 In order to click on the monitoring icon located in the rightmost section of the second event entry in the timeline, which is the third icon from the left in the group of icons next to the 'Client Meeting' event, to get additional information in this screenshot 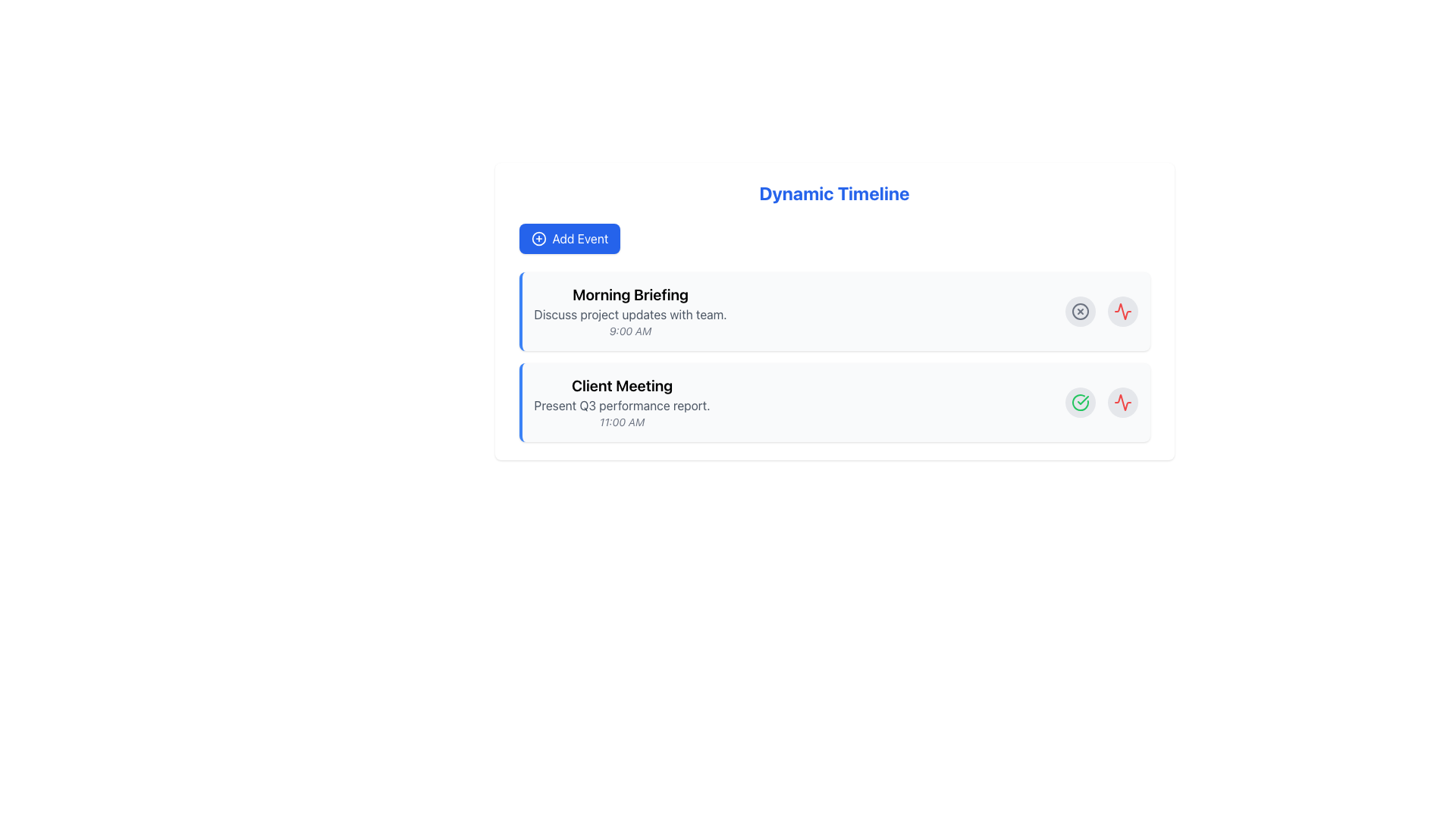, I will do `click(1122, 311)`.